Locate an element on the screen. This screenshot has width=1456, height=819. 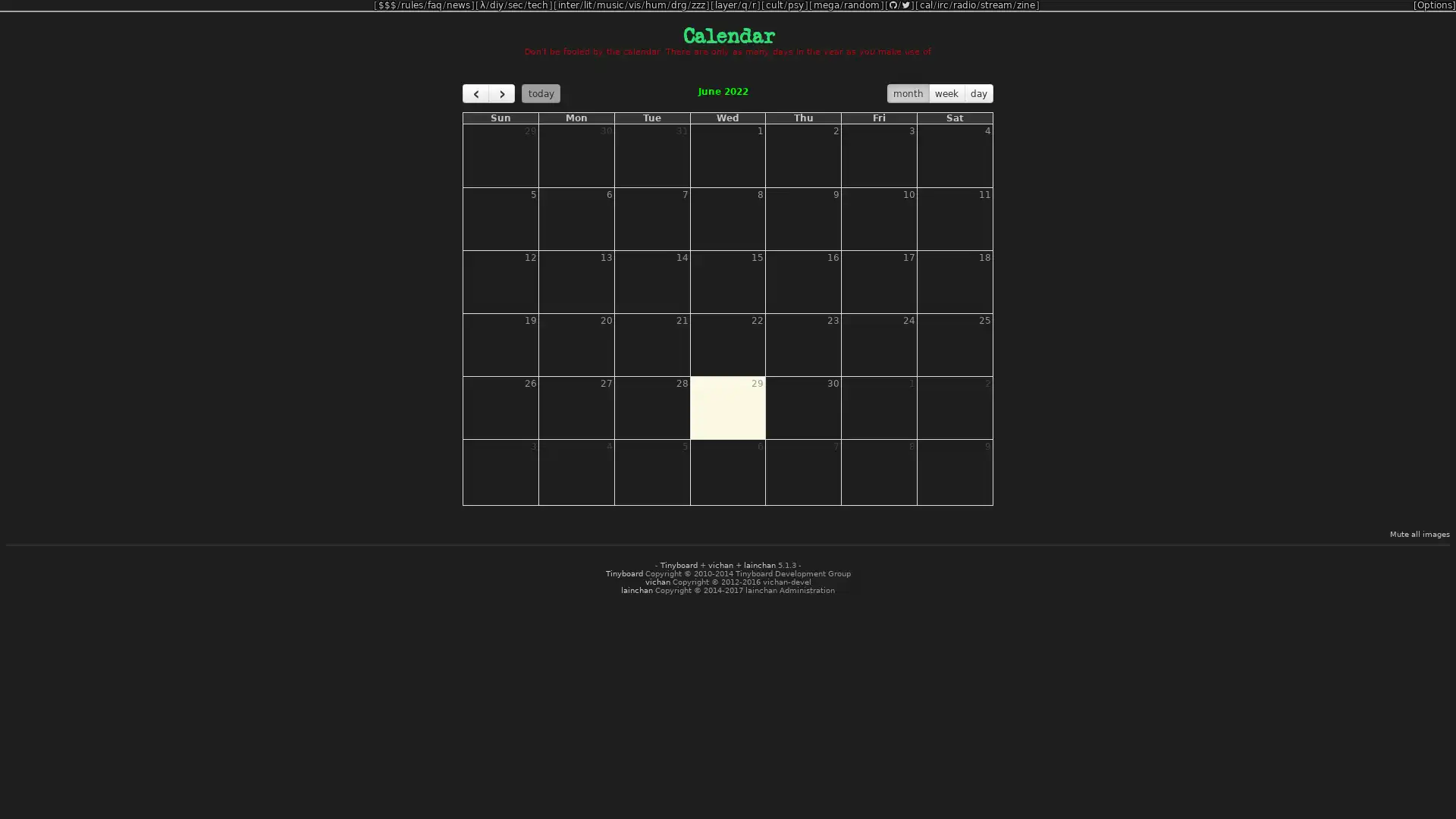
month is located at coordinates (908, 93).